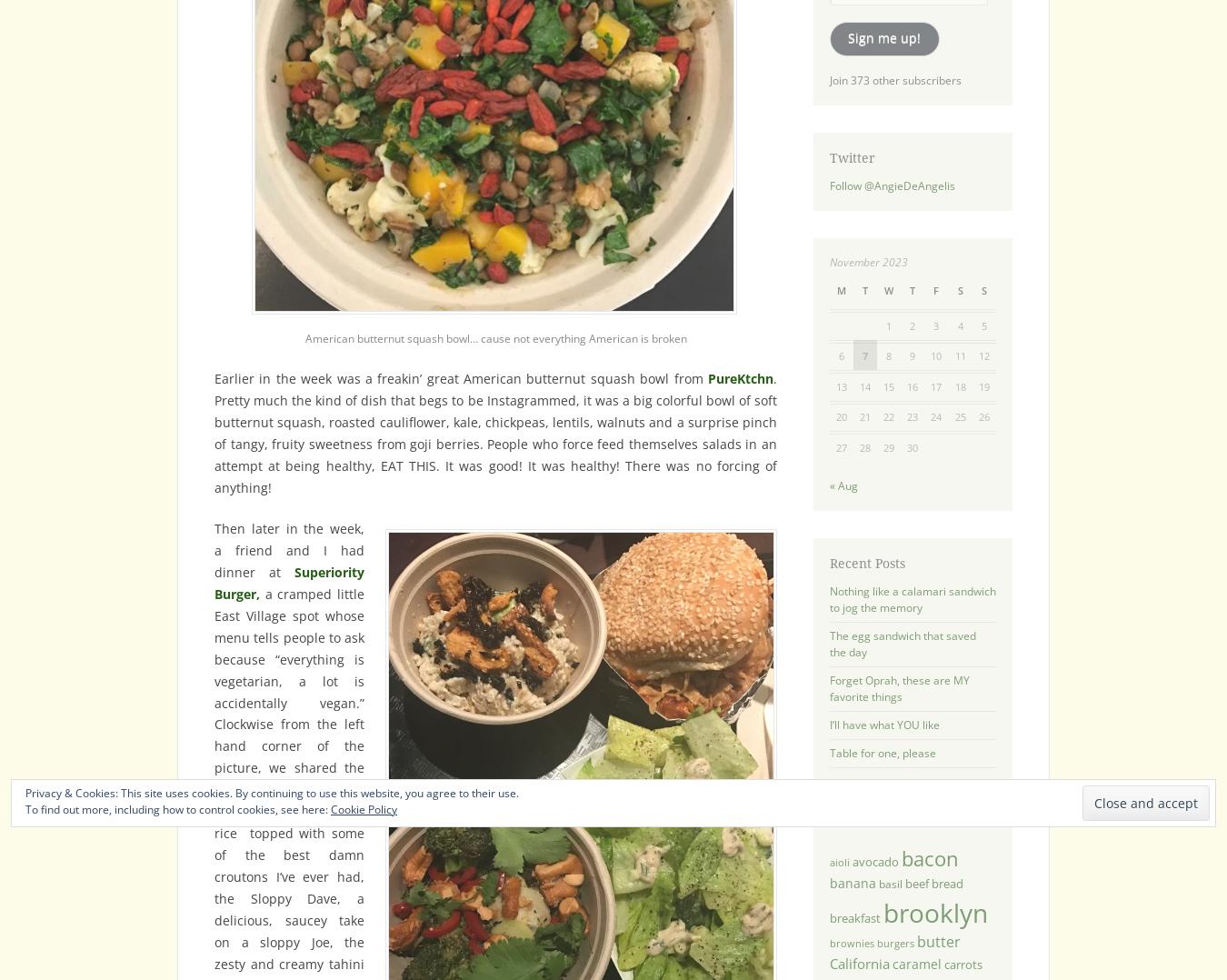  What do you see at coordinates (828, 642) in the screenshot?
I see `'The egg sandwich that saved the day'` at bounding box center [828, 642].